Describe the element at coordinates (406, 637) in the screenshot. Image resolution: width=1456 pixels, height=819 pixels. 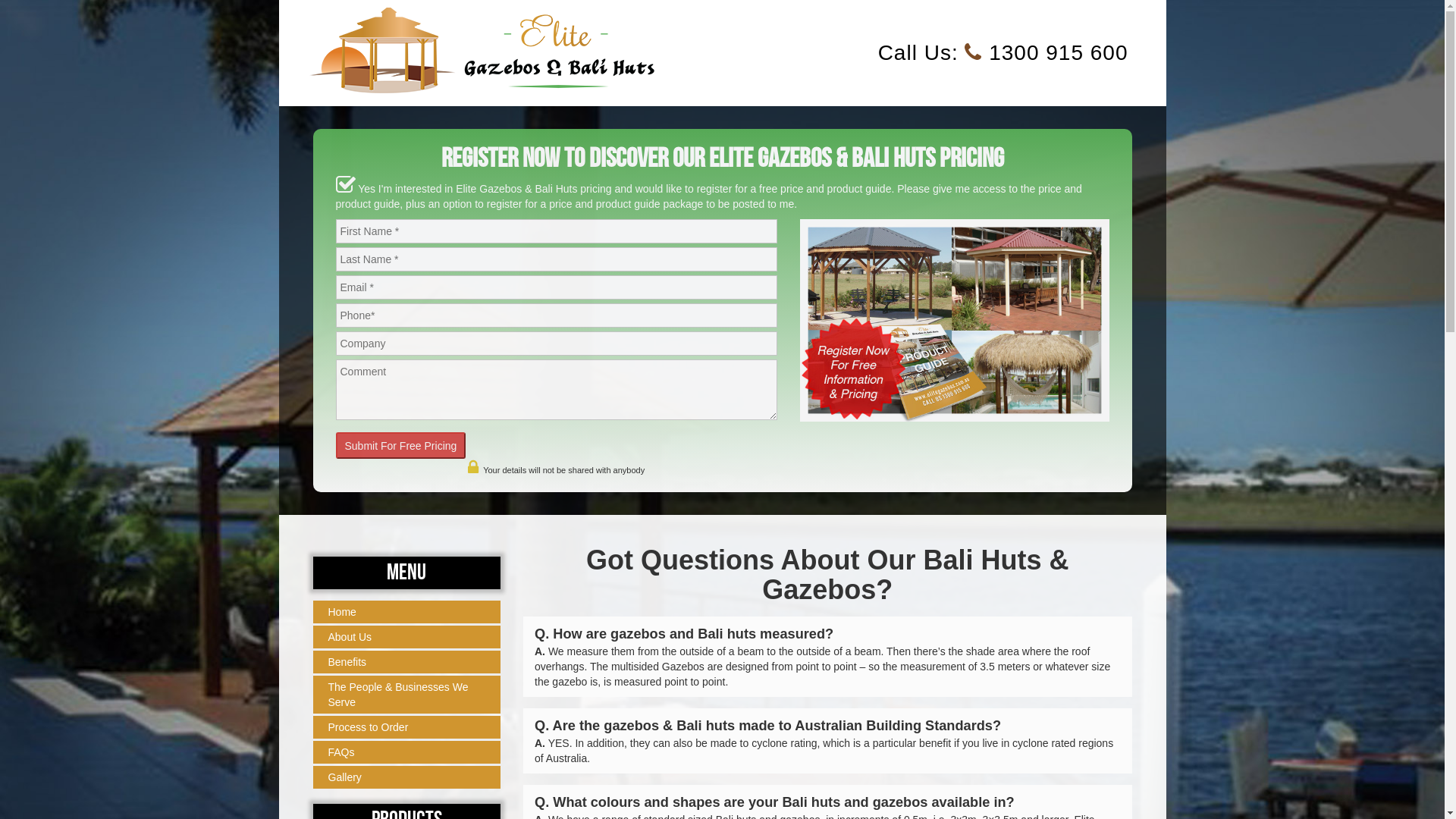
I see `'About Us'` at that location.